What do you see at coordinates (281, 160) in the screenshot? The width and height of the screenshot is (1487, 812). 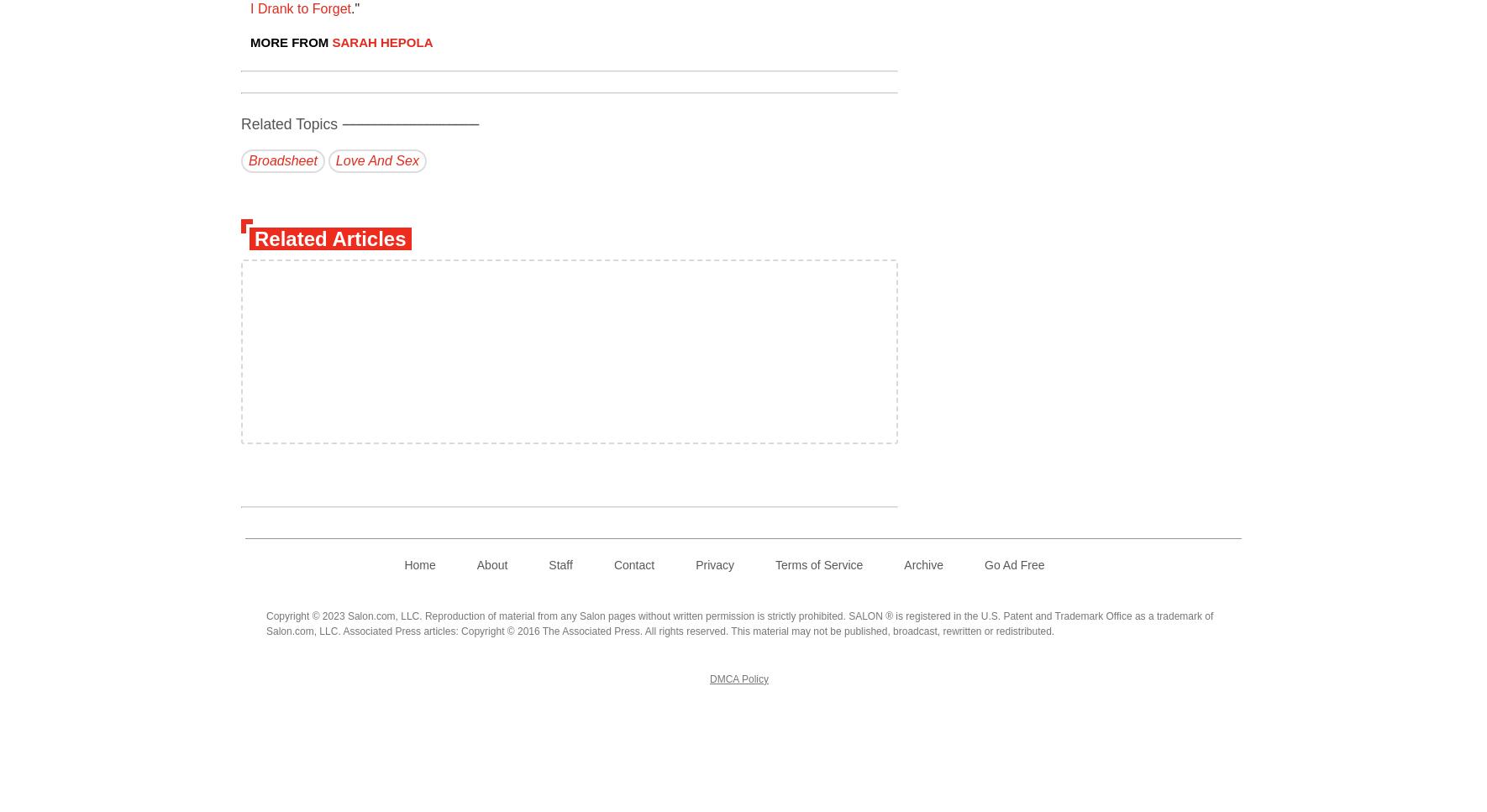 I see `'Broadsheet'` at bounding box center [281, 160].